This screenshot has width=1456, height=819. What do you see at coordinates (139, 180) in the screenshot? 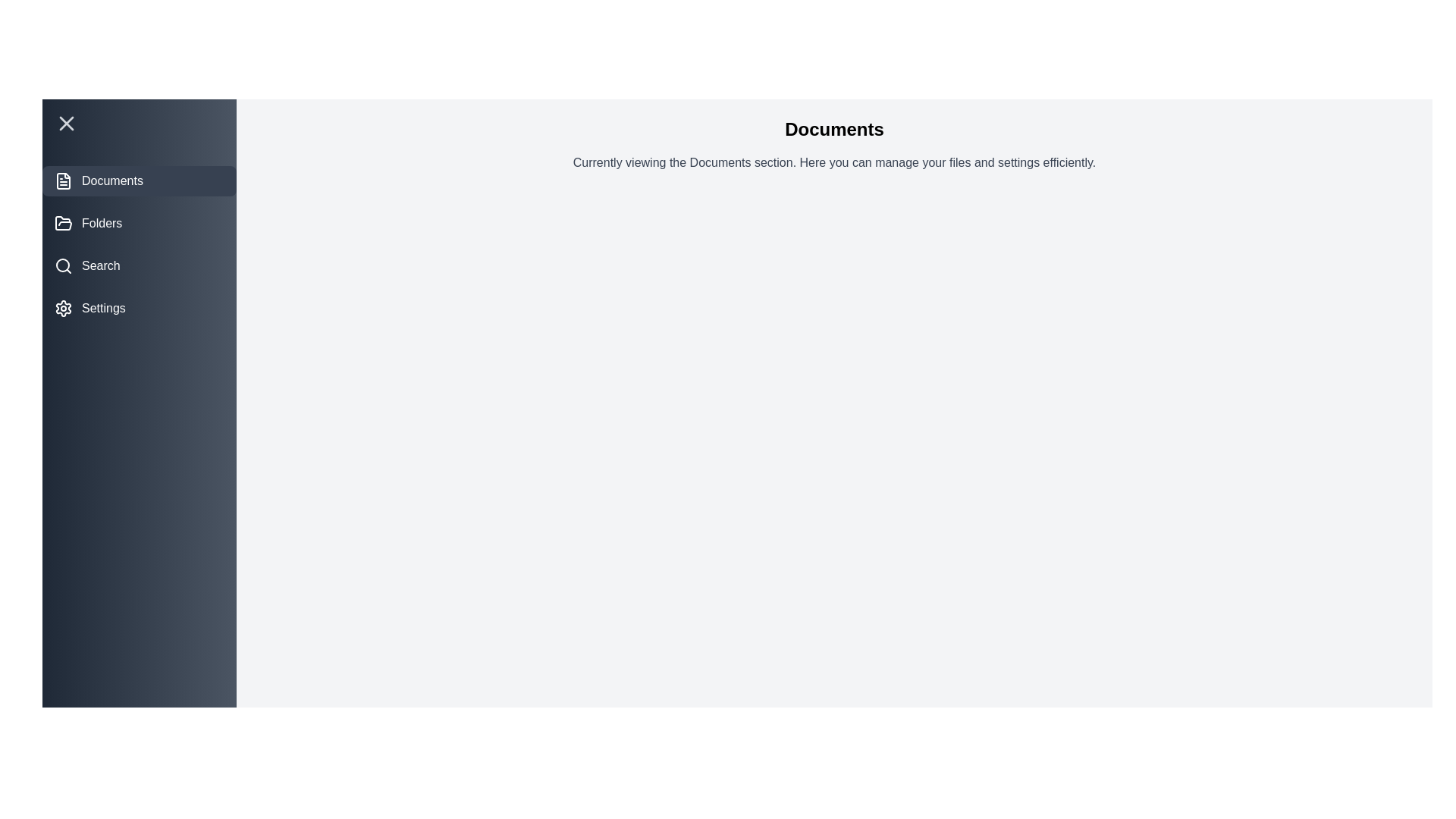
I see `the Documents section by clicking on its corresponding menu item` at bounding box center [139, 180].